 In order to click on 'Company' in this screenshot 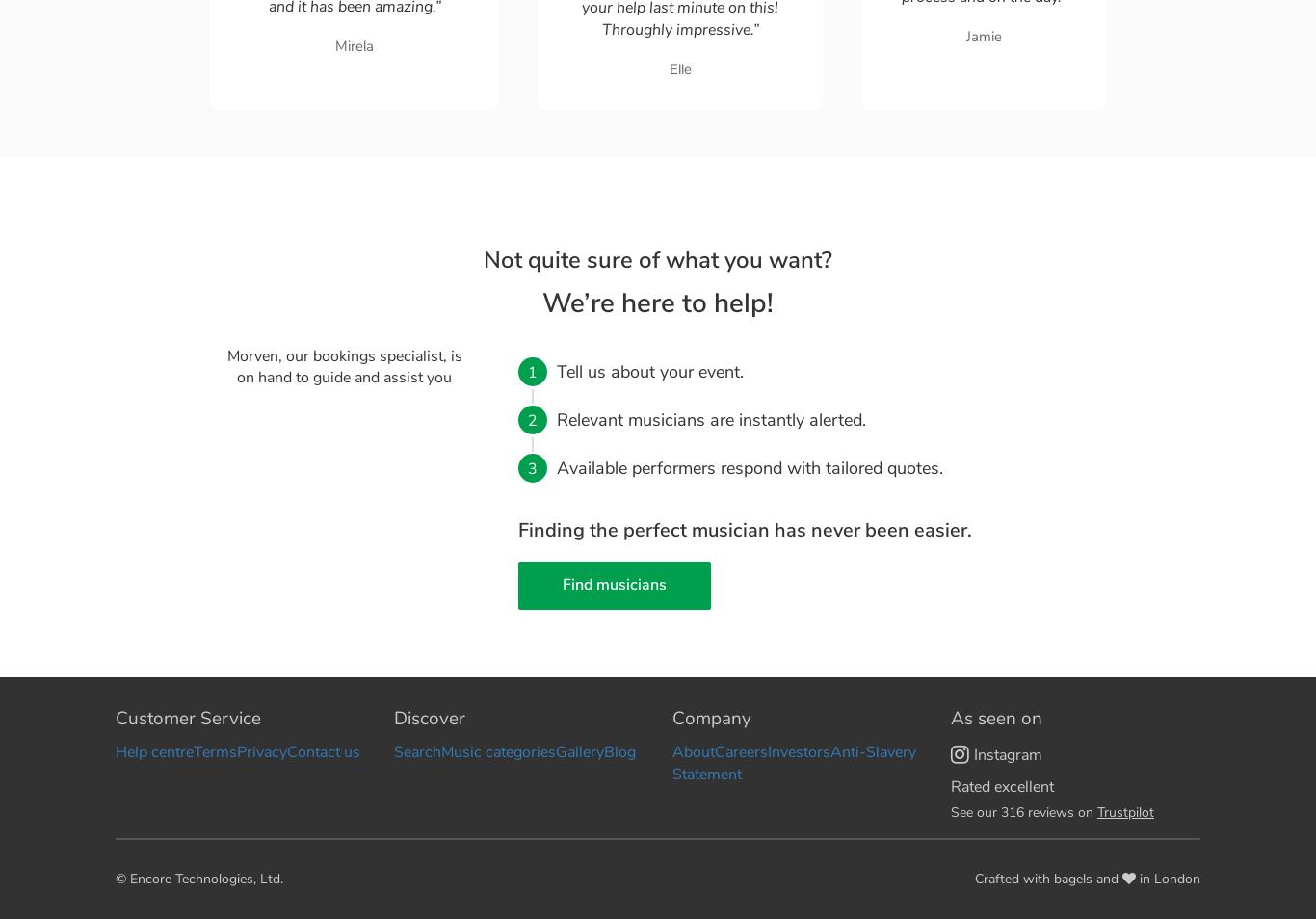, I will do `click(712, 717)`.